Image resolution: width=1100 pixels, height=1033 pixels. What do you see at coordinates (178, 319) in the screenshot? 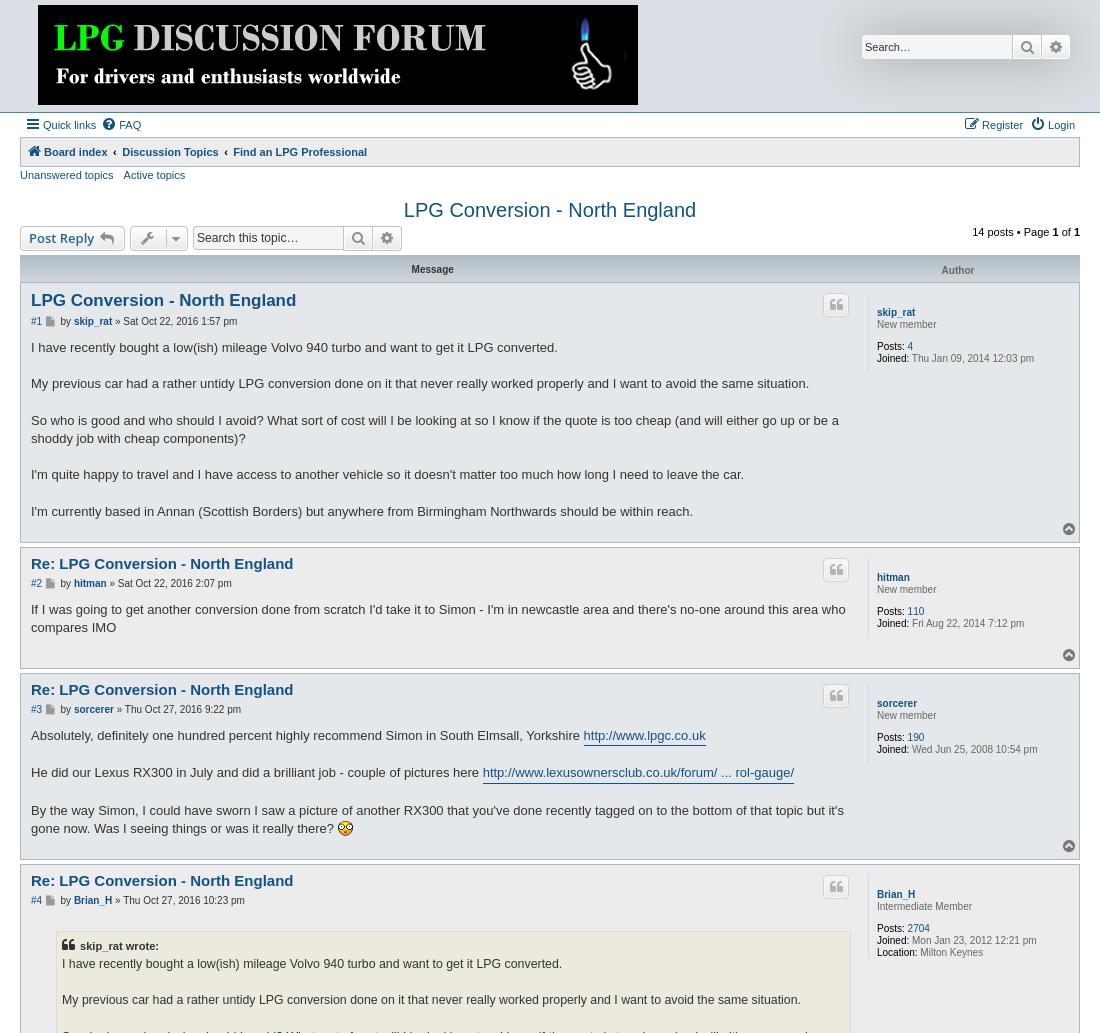
I see `'Sat Oct 22, 2016 1:57 pm'` at bounding box center [178, 319].